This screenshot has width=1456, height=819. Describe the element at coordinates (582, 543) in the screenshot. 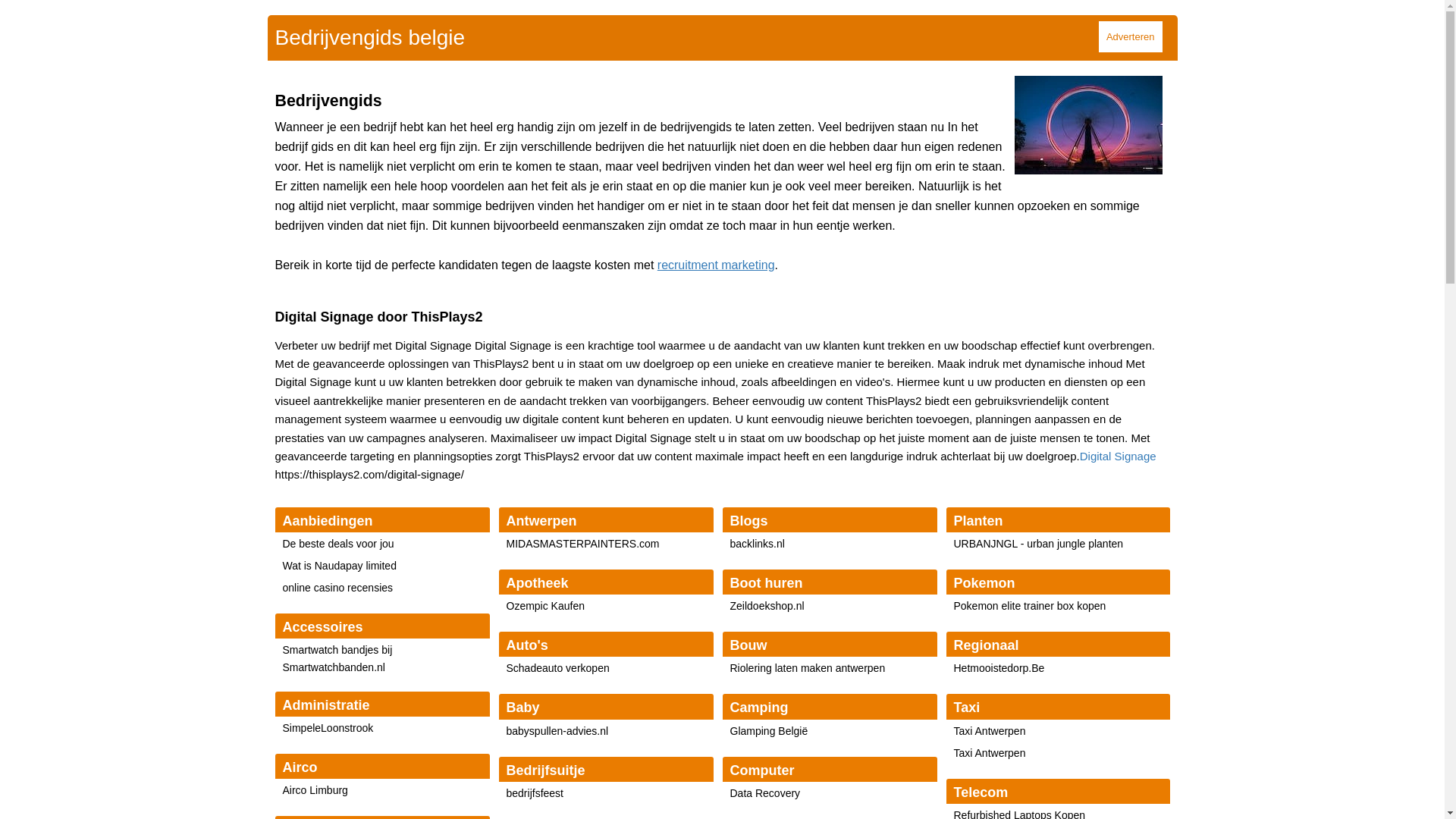

I see `'MIDASMASTERPAINTERS.com'` at that location.